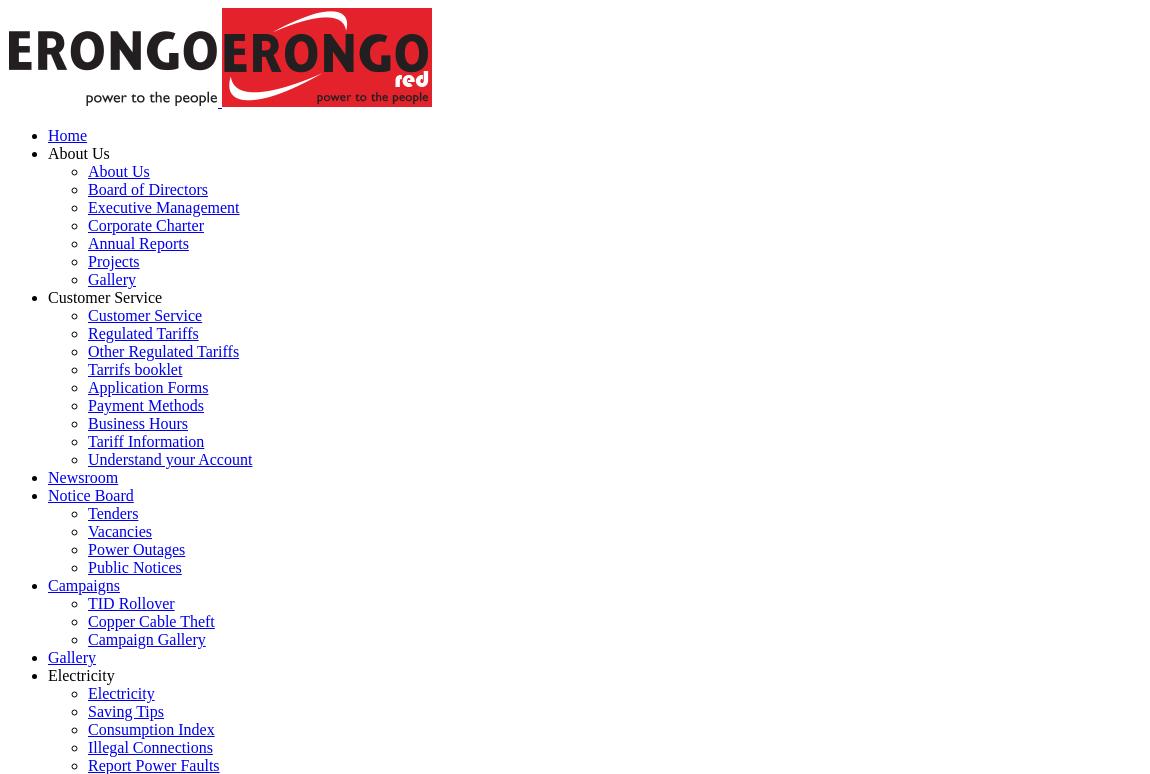  Describe the element at coordinates (86, 423) in the screenshot. I see `'Business Hours'` at that location.